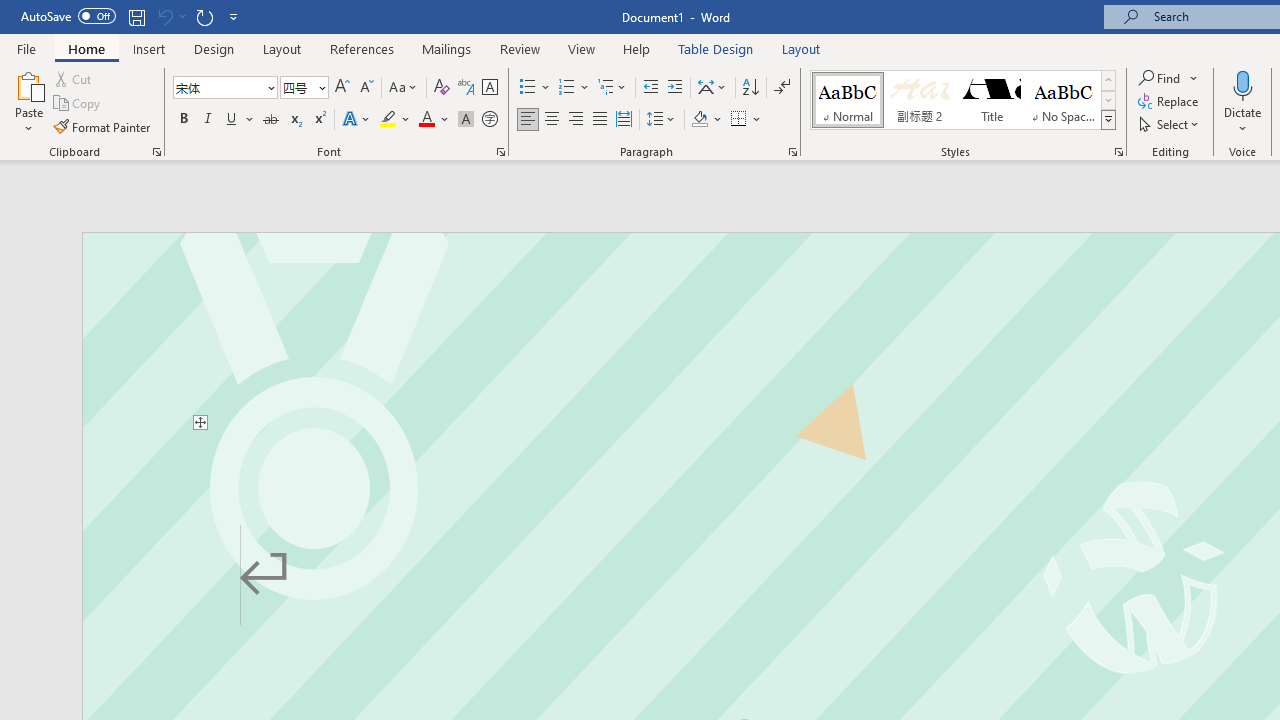 The height and width of the screenshot is (720, 1280). What do you see at coordinates (489, 119) in the screenshot?
I see `'Enclose Characters...'` at bounding box center [489, 119].